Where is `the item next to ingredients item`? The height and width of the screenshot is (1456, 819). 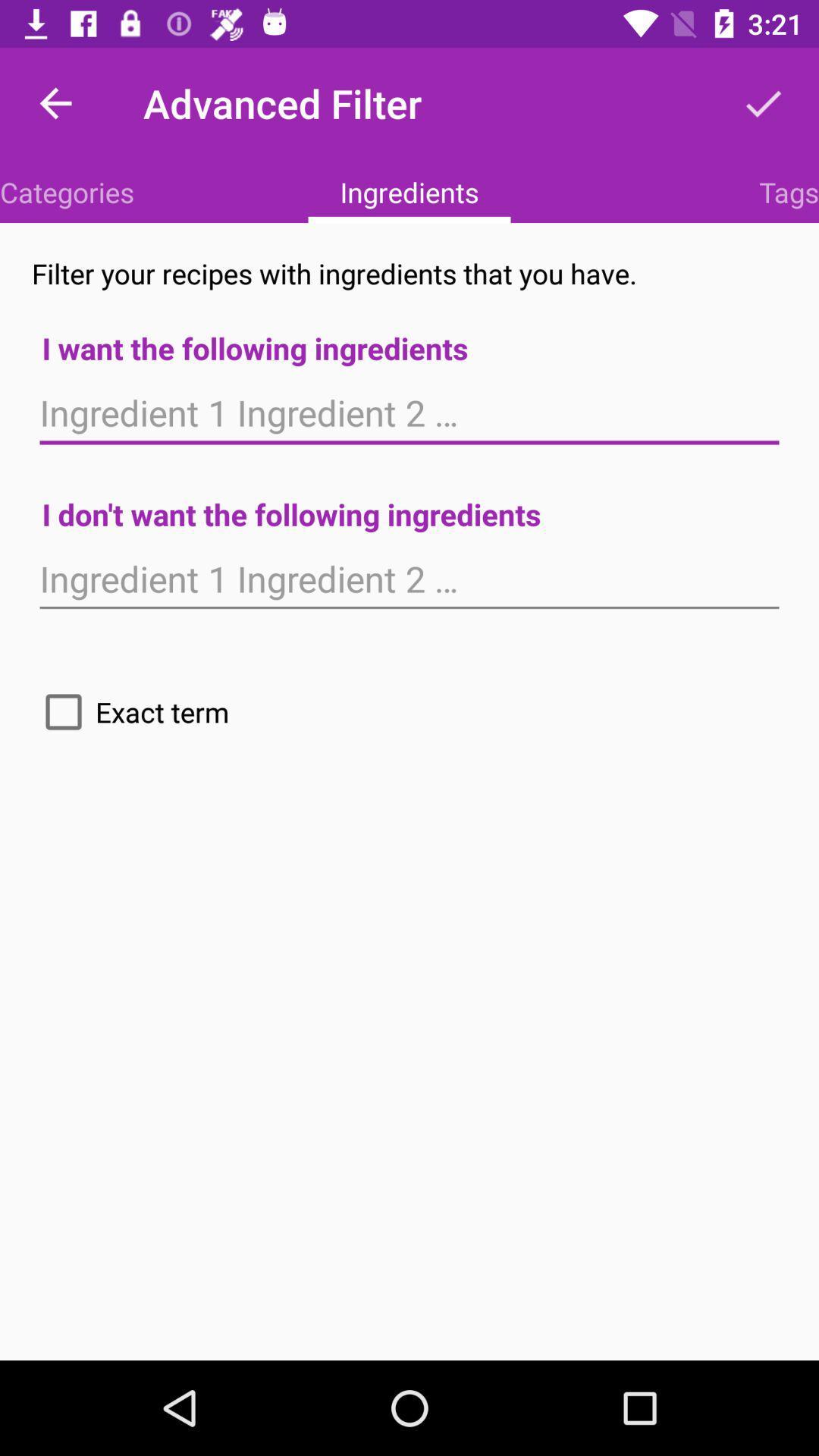 the item next to ingredients item is located at coordinates (66, 191).